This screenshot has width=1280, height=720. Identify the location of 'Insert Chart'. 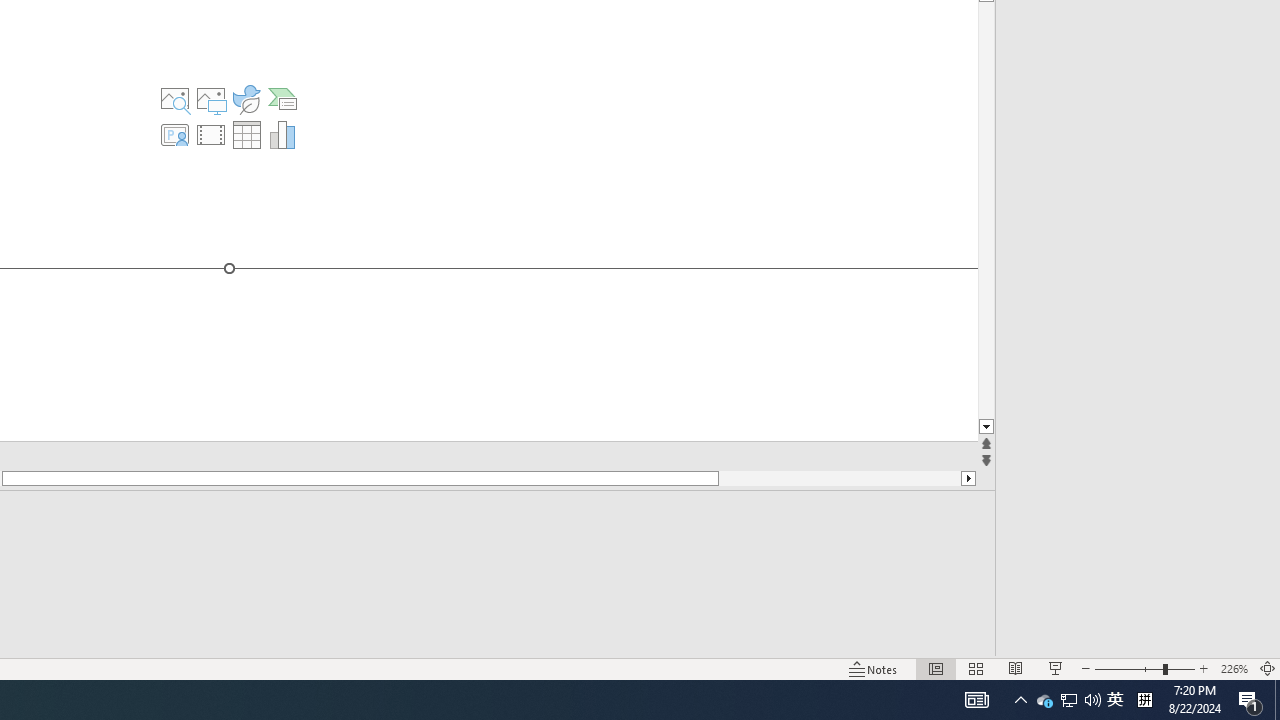
(282, 135).